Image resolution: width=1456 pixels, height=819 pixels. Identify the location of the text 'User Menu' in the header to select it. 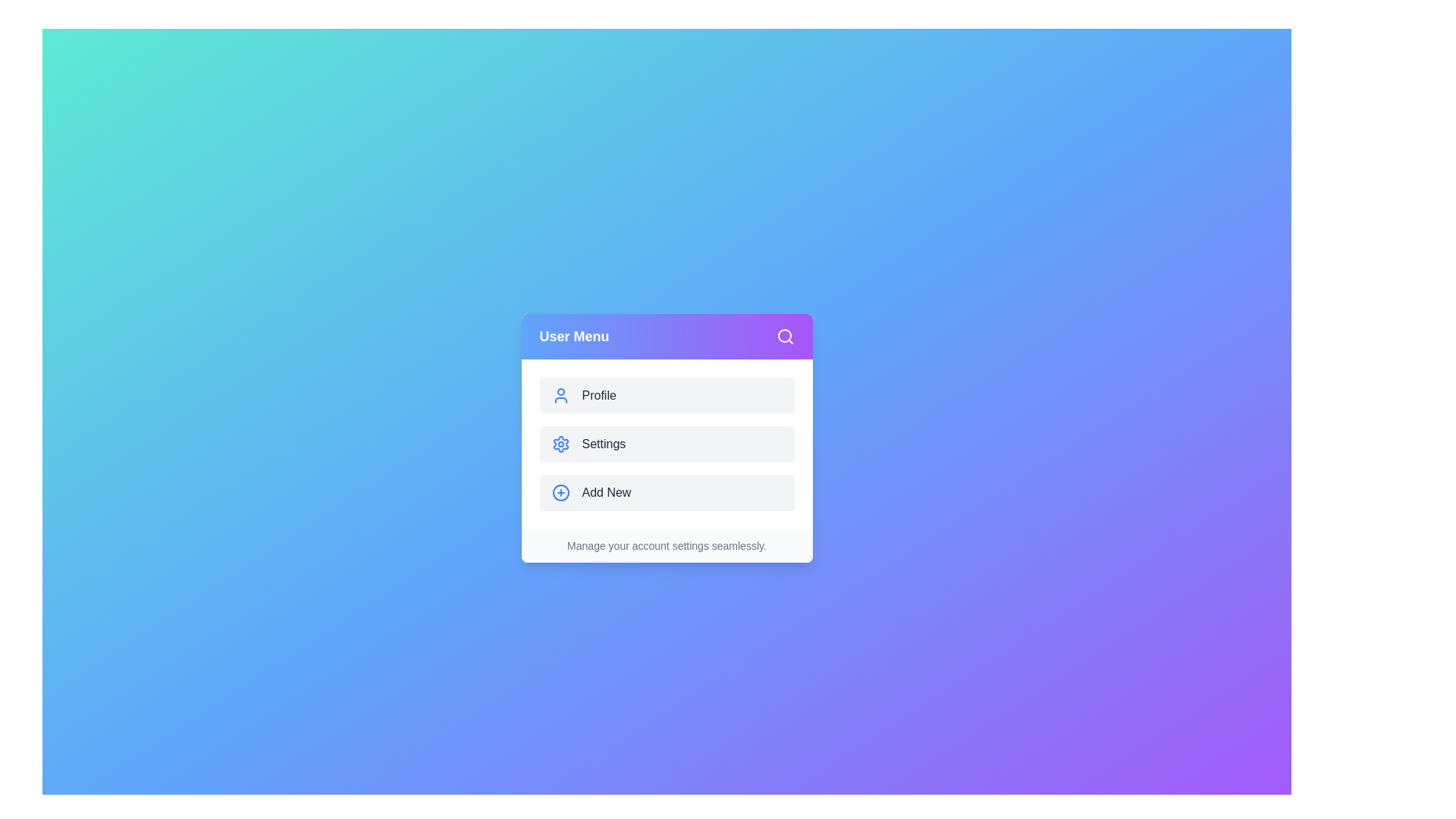
(573, 335).